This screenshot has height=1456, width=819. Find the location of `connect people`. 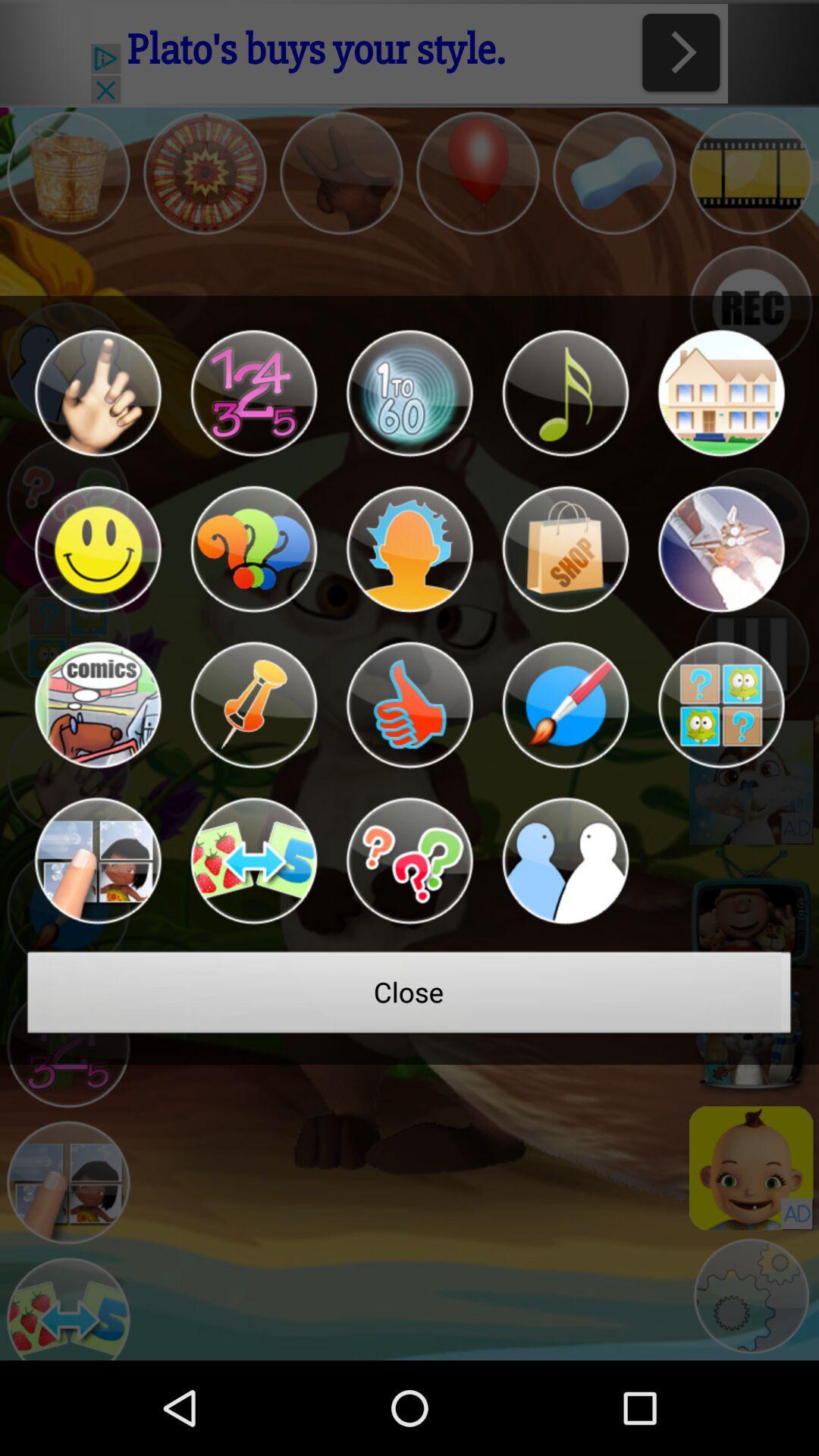

connect people is located at coordinates (565, 861).